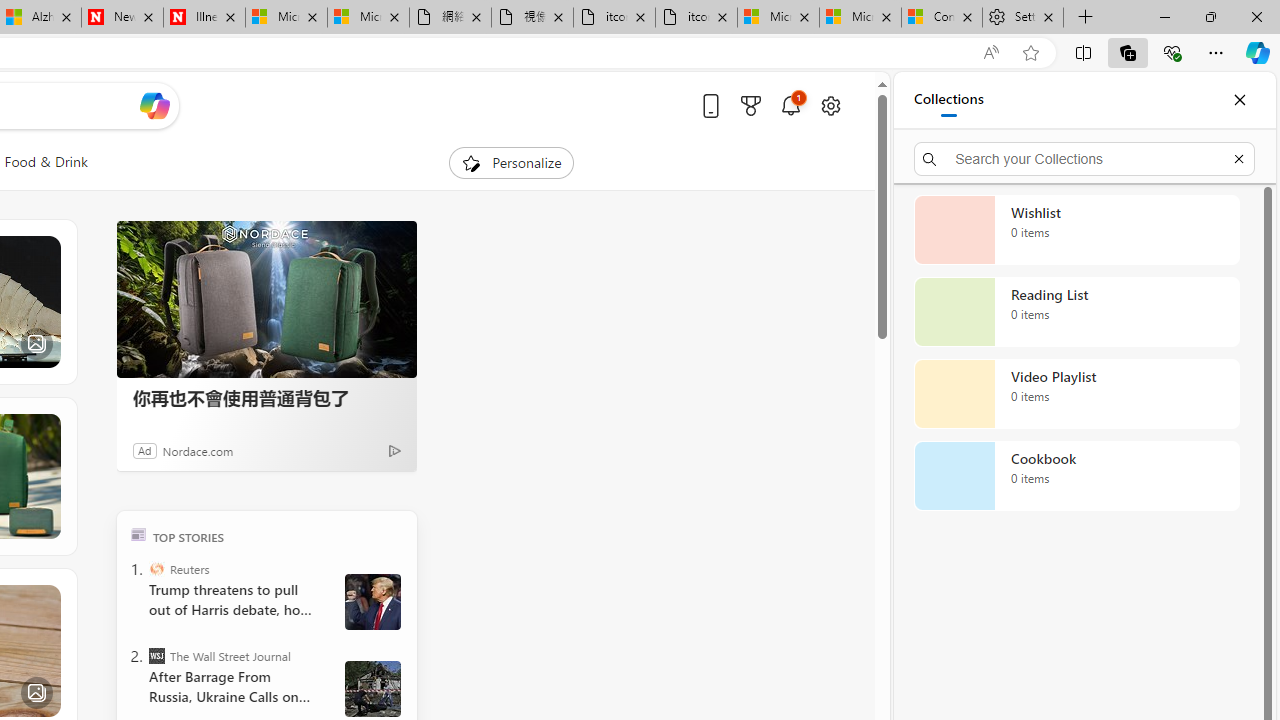  Describe the element at coordinates (204, 17) in the screenshot. I see `'Illness news & latest pictures from Newsweek.com'` at that location.